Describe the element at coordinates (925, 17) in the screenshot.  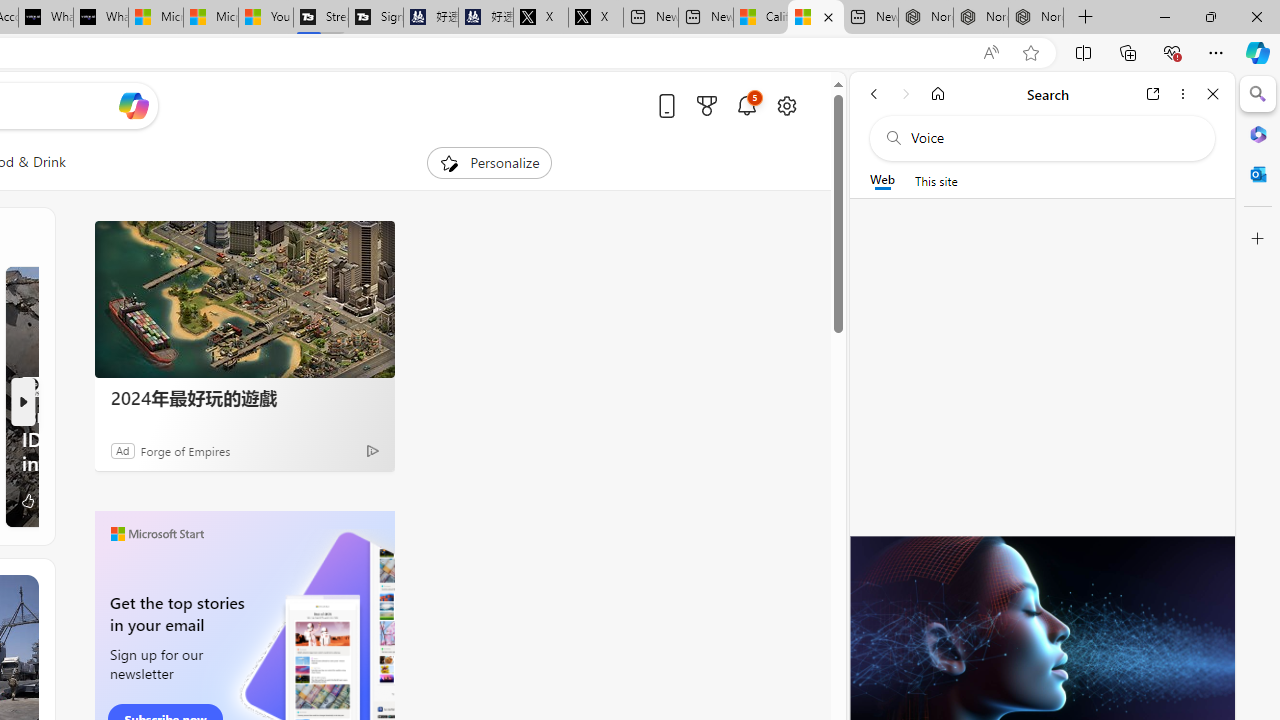
I see `'Nordace - Best Sellers'` at that location.